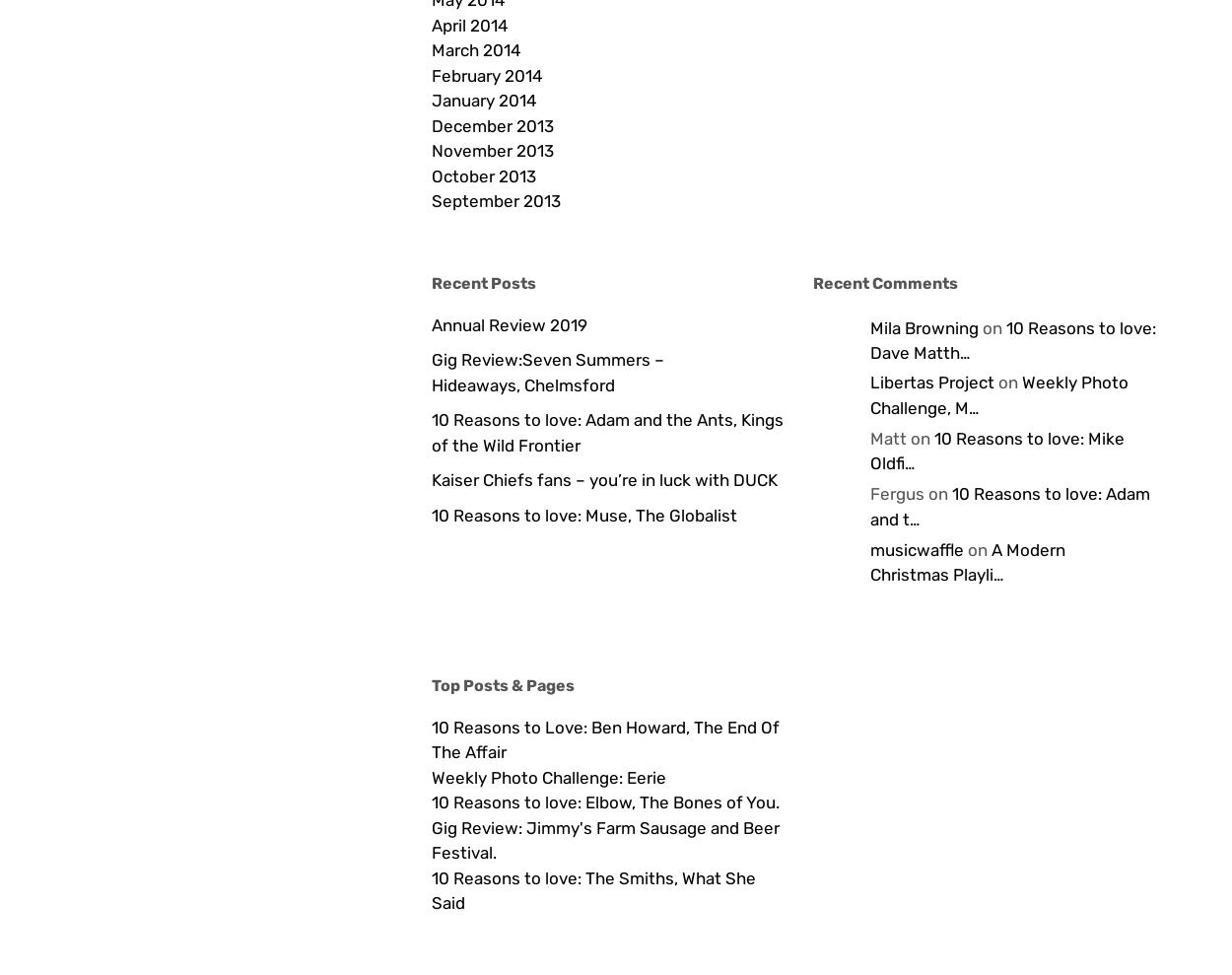  Describe the element at coordinates (547, 371) in the screenshot. I see `'Gig Review:Seven Summers – Hideaways, Chelmsford'` at that location.